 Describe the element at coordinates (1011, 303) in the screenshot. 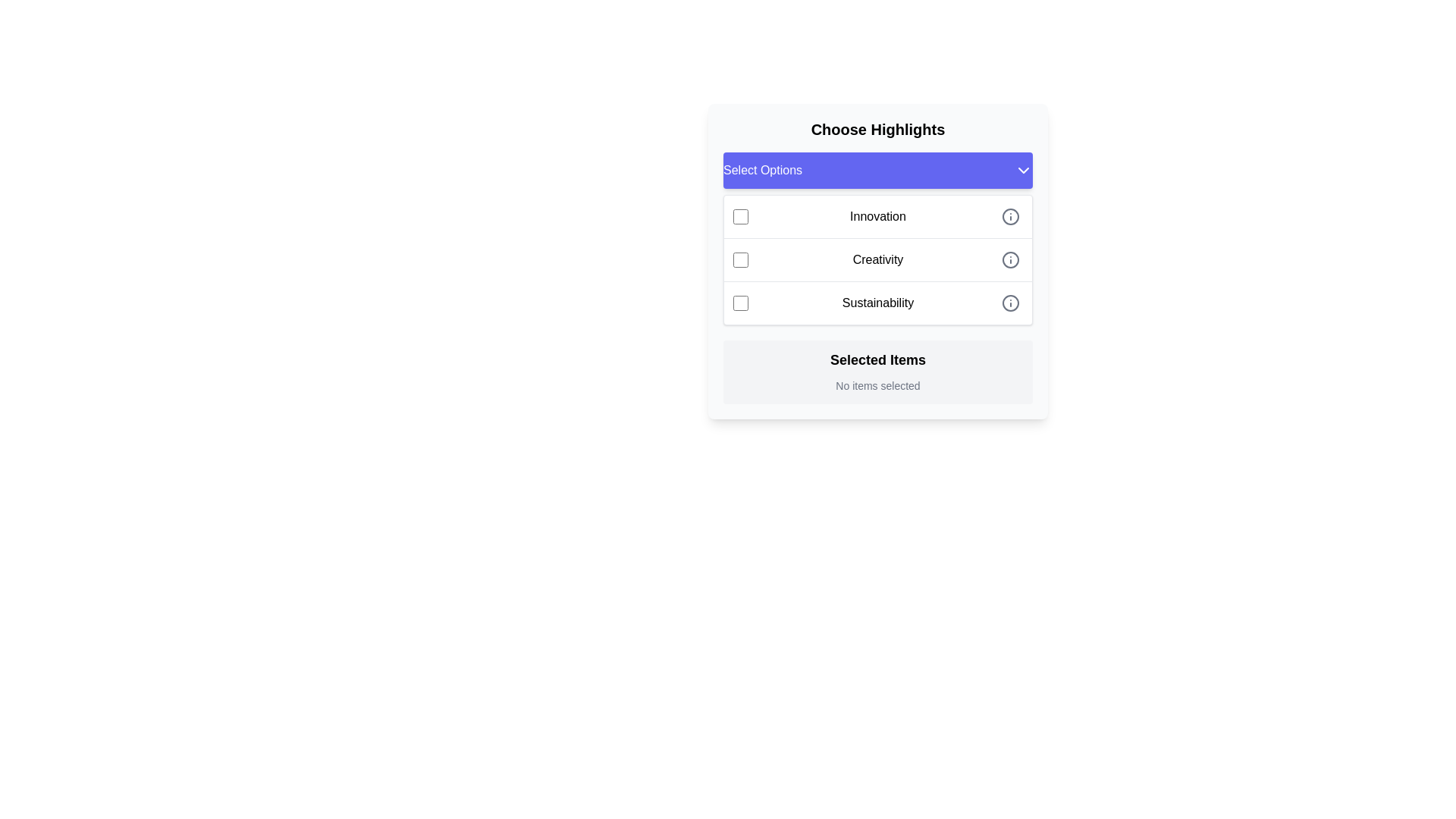

I see `the last Information icon, which is a circular icon resembling an info symbol, located to the right of the checkbox and 'Sustainability' text on the third row in the list` at that location.